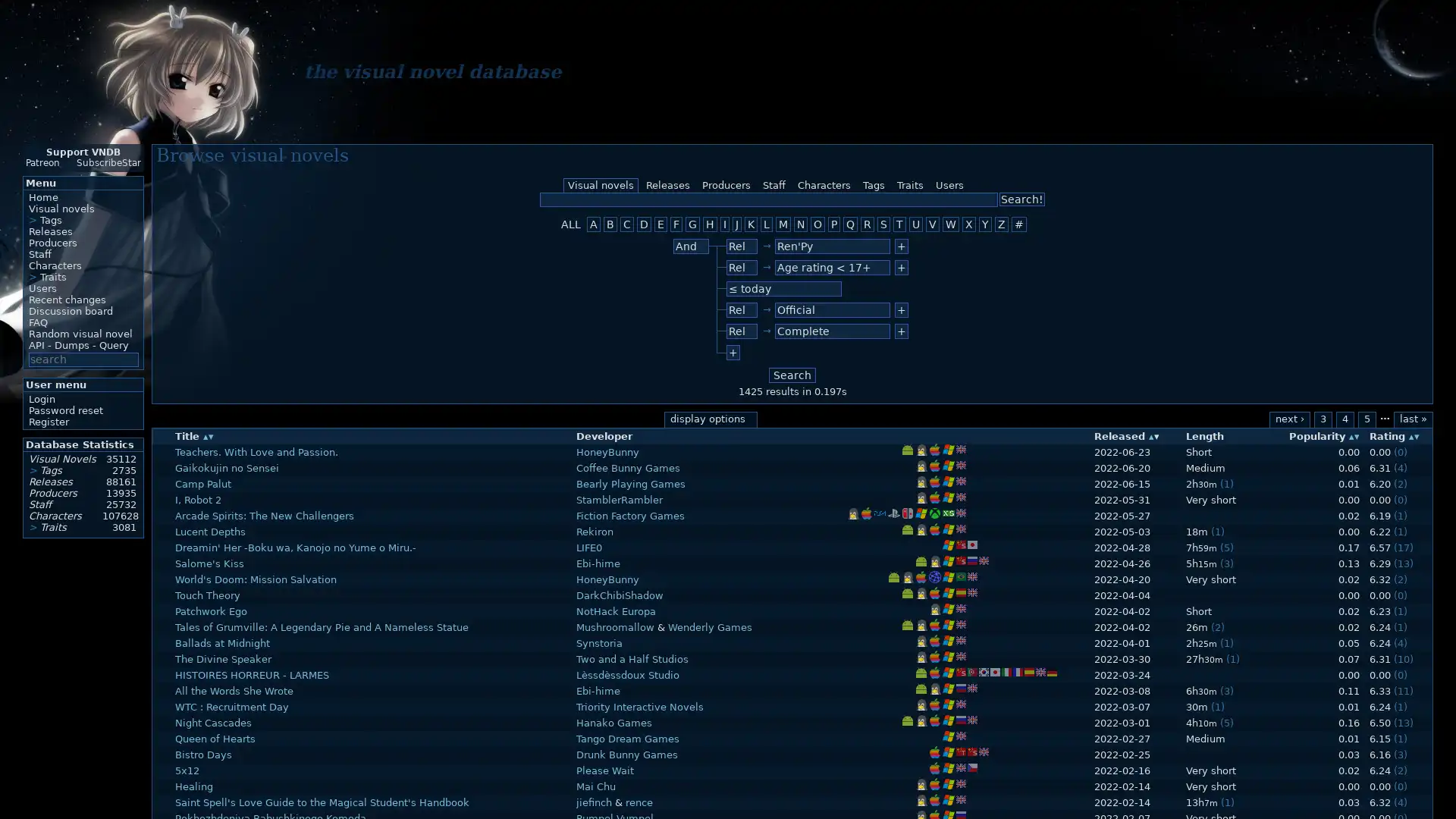 Image resolution: width=1456 pixels, height=819 pixels. Describe the element at coordinates (968, 224) in the screenshot. I see `X` at that location.